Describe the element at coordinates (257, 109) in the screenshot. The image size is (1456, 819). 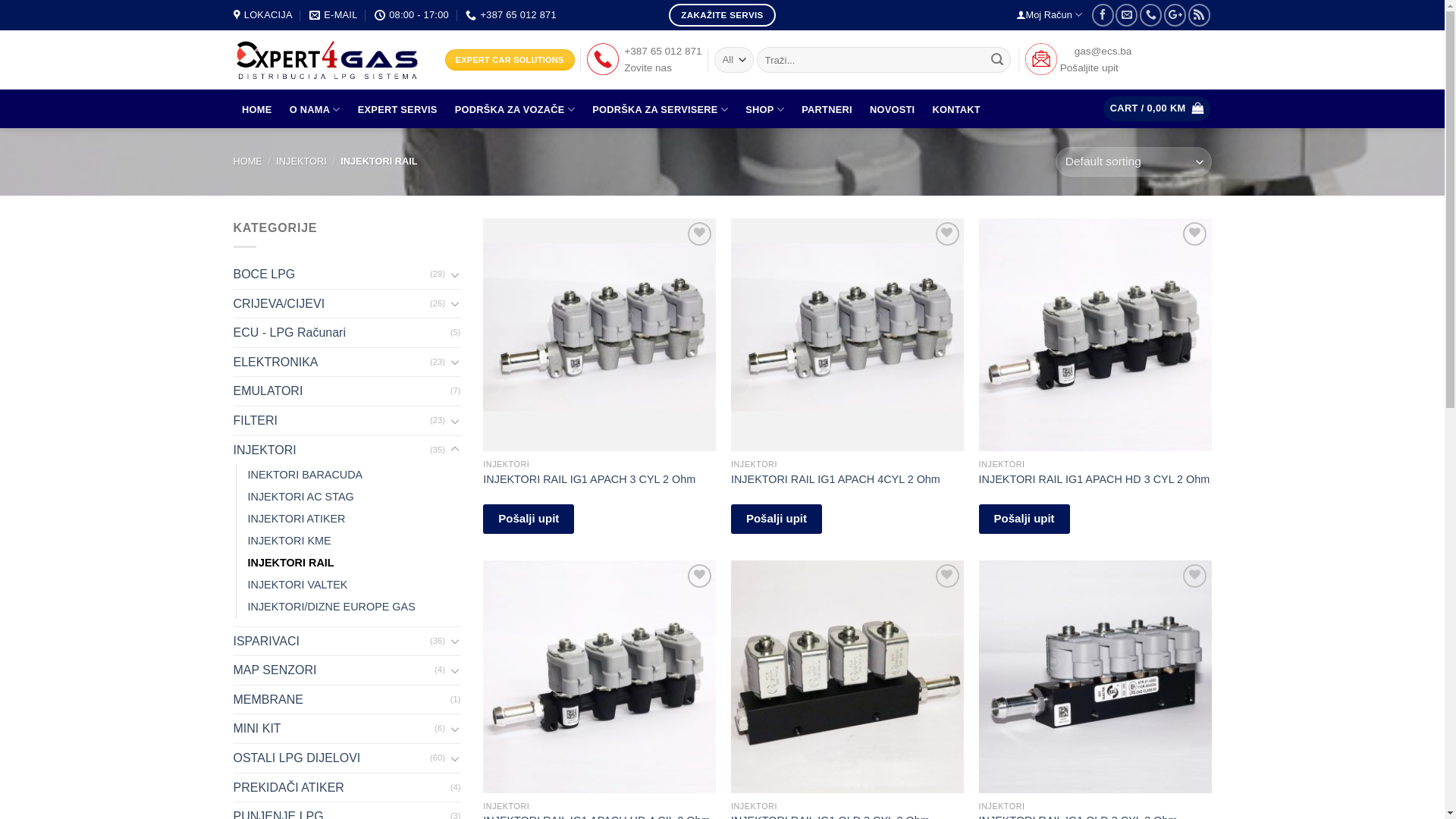
I see `'HOME'` at that location.